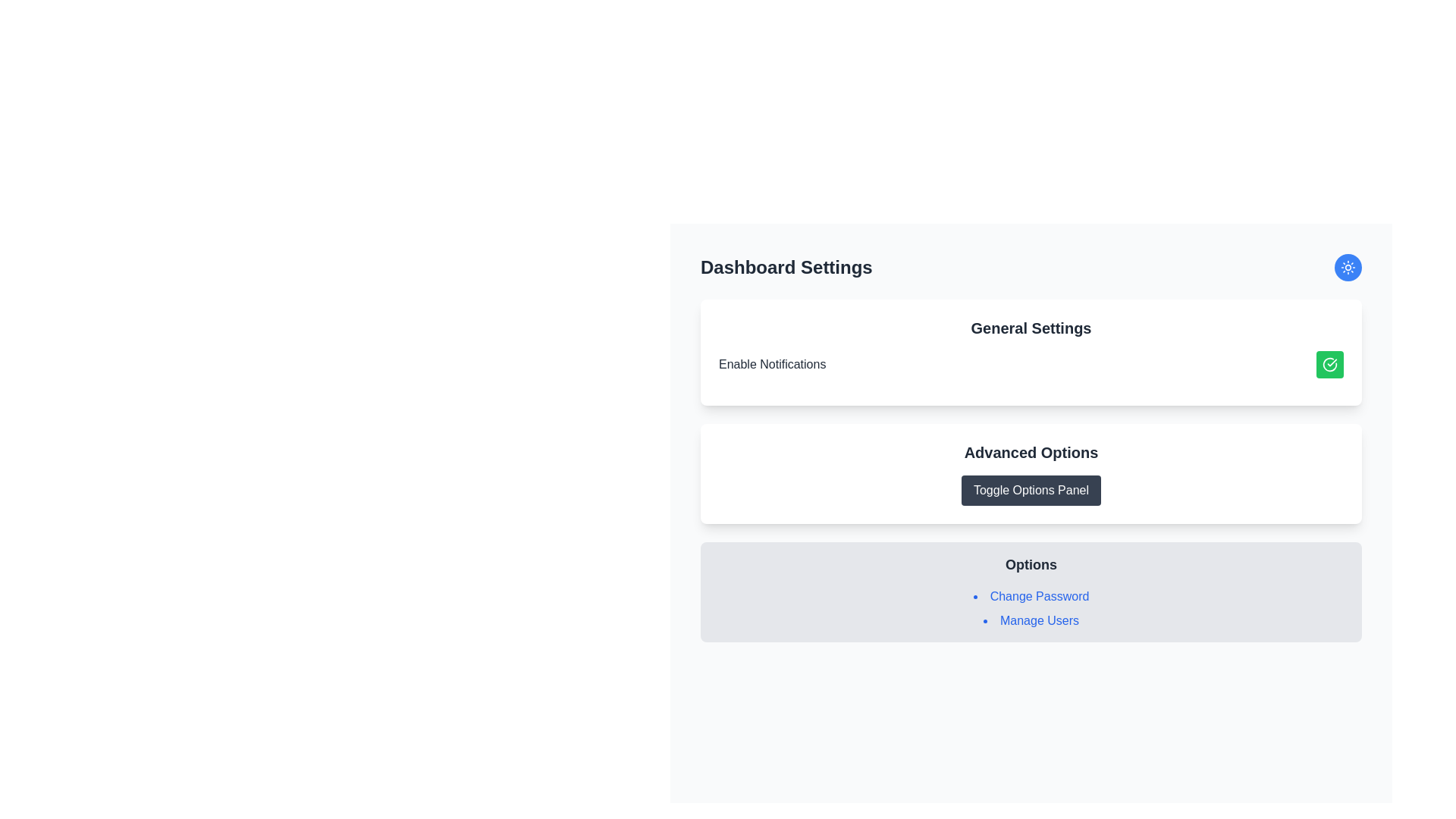 Image resolution: width=1456 pixels, height=819 pixels. I want to click on the navigational link for initiating a password change process, located above the 'Manage Users' option in the 'Options' section, so click(1031, 595).